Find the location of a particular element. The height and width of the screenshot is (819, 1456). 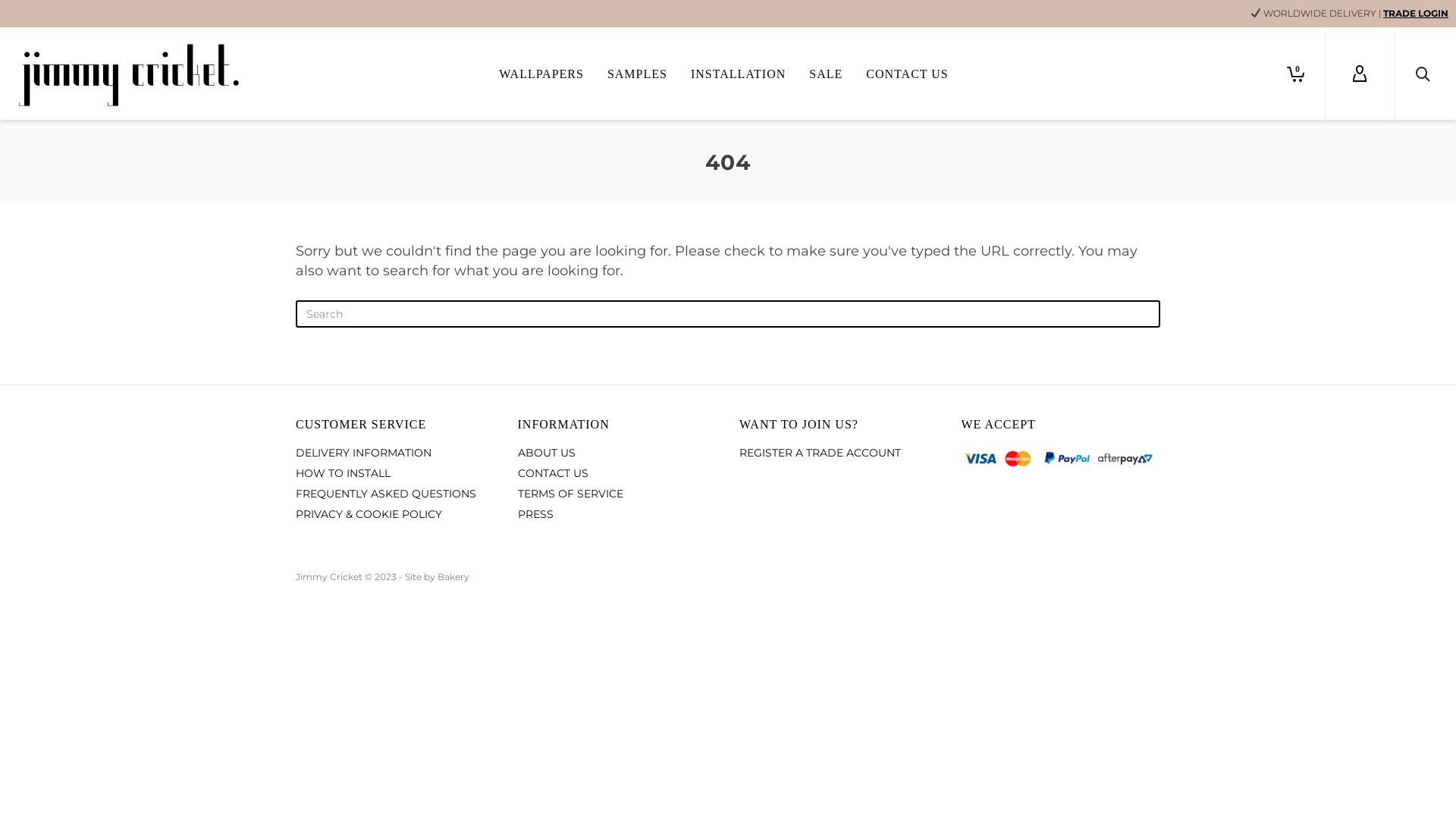

'HOW TO INSTALL' is located at coordinates (395, 472).